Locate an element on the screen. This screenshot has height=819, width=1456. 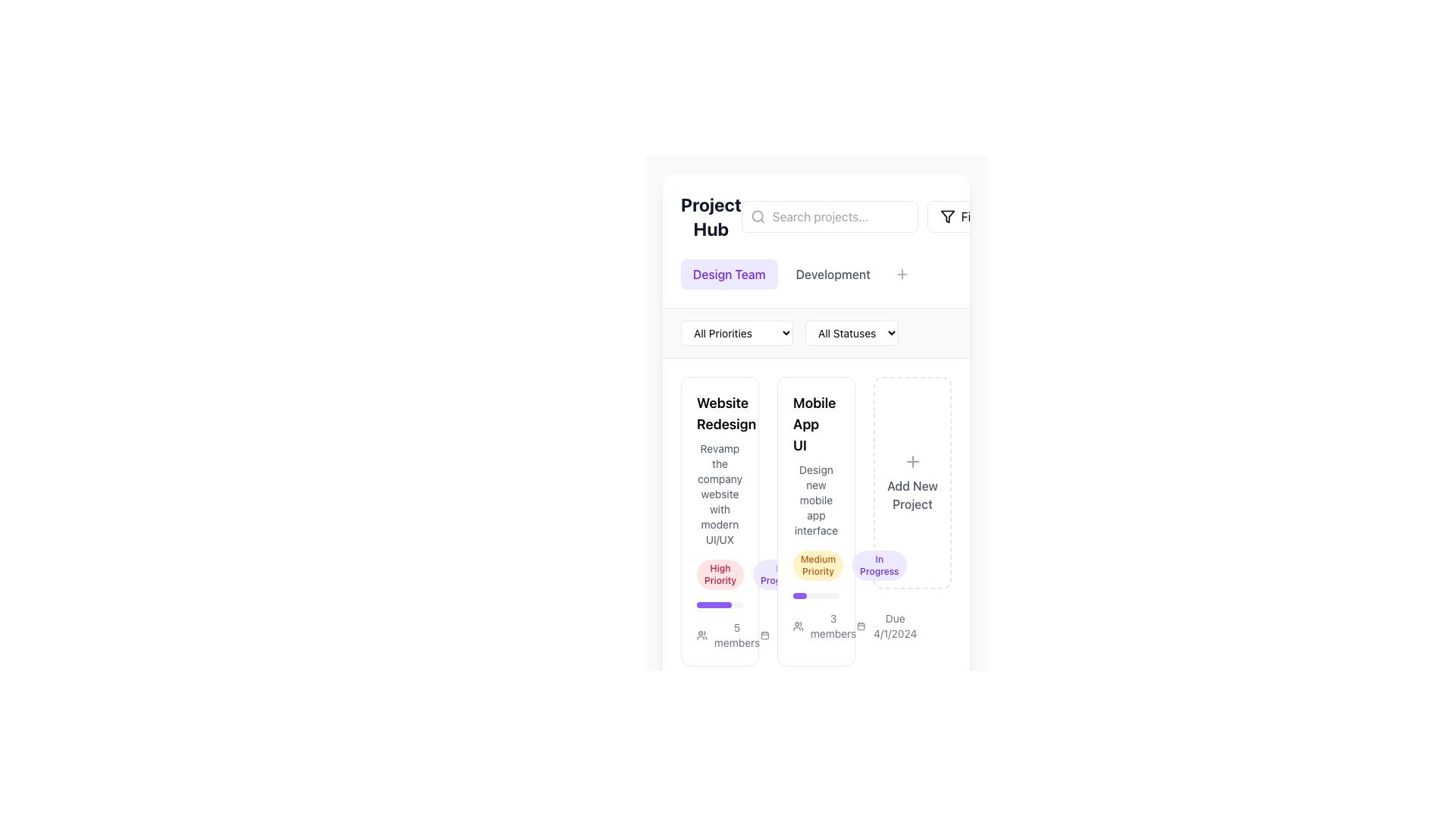
the violet progress bar segment located at the bottom of the 'Mobile App UI' card, which visually represents task progress is located at coordinates (713, 604).